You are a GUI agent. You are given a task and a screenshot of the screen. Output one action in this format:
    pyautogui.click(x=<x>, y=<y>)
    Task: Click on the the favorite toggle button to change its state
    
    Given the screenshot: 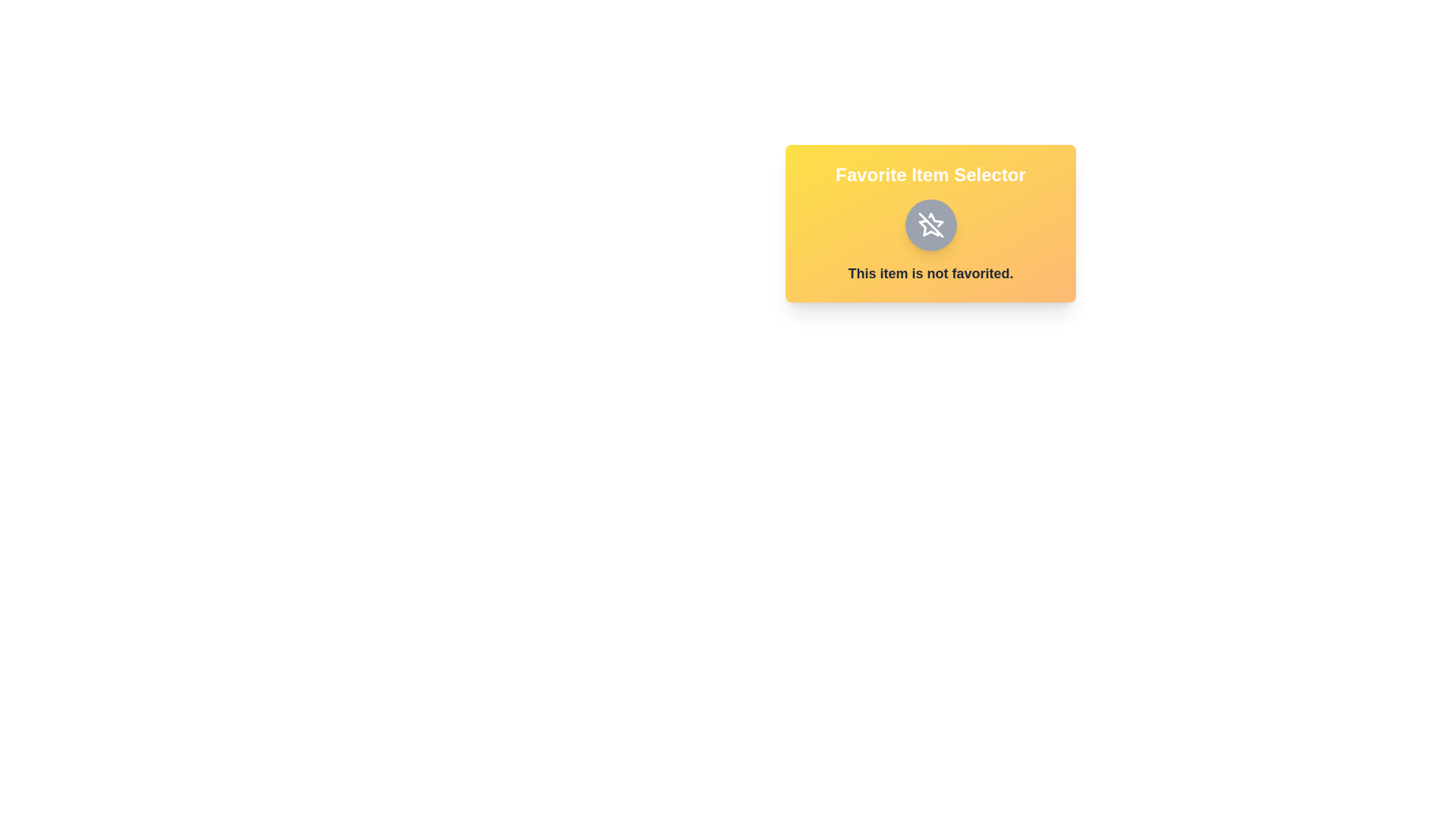 What is the action you would take?
    pyautogui.click(x=930, y=225)
    